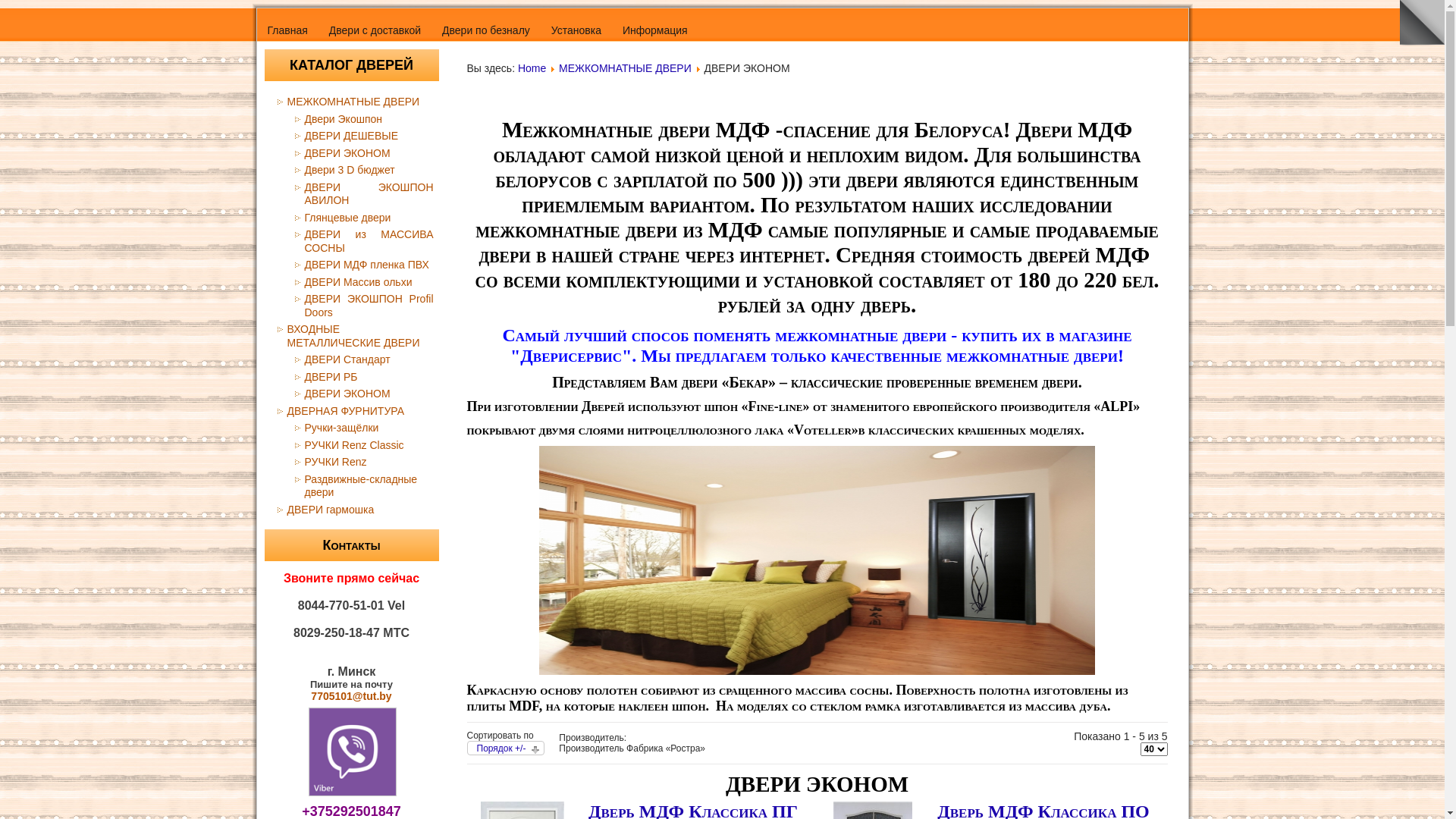 The height and width of the screenshot is (819, 1456). I want to click on '7705101@tut.by', so click(309, 696).